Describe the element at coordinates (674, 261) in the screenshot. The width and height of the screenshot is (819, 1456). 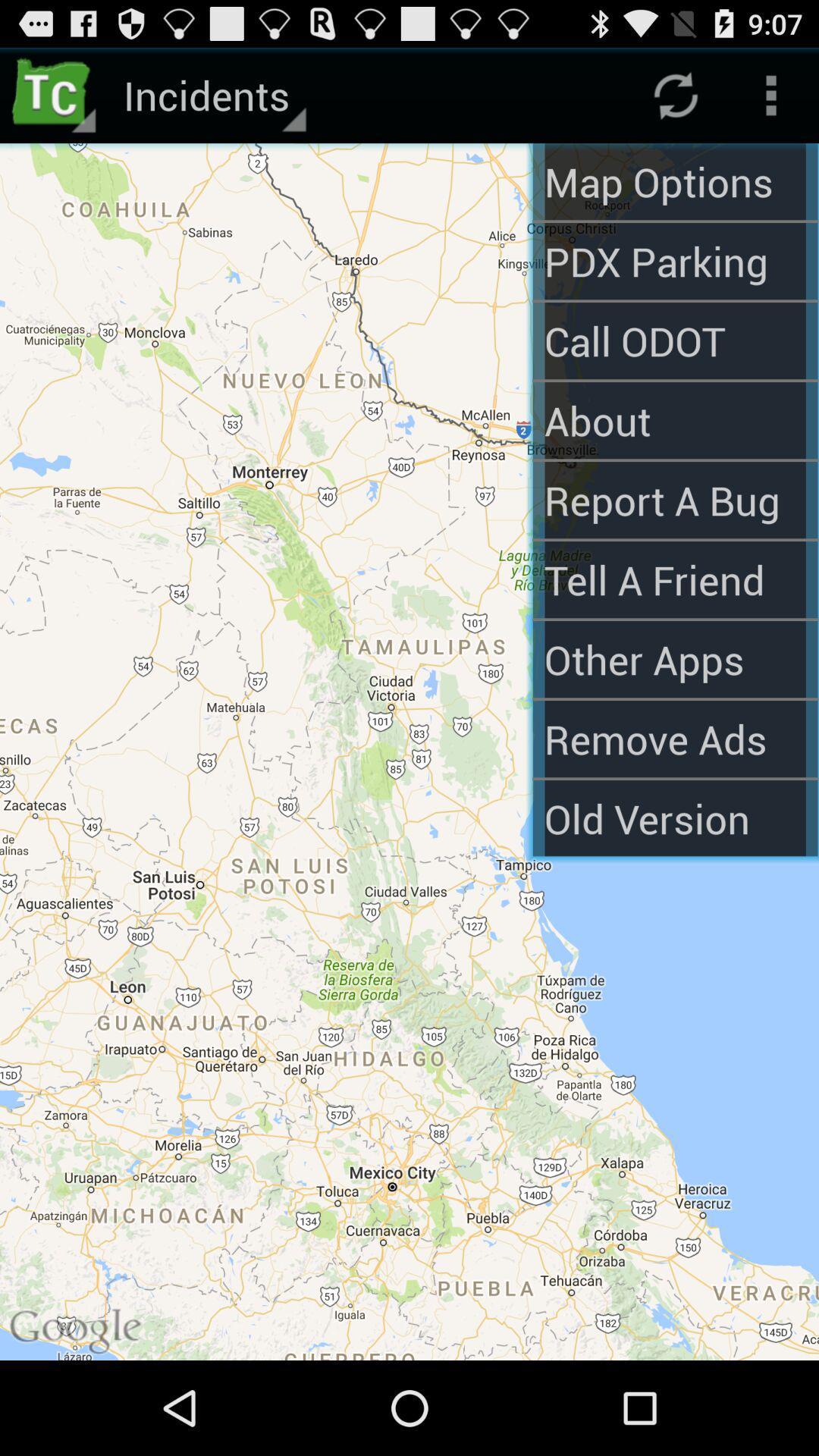
I see `pdx parking` at that location.